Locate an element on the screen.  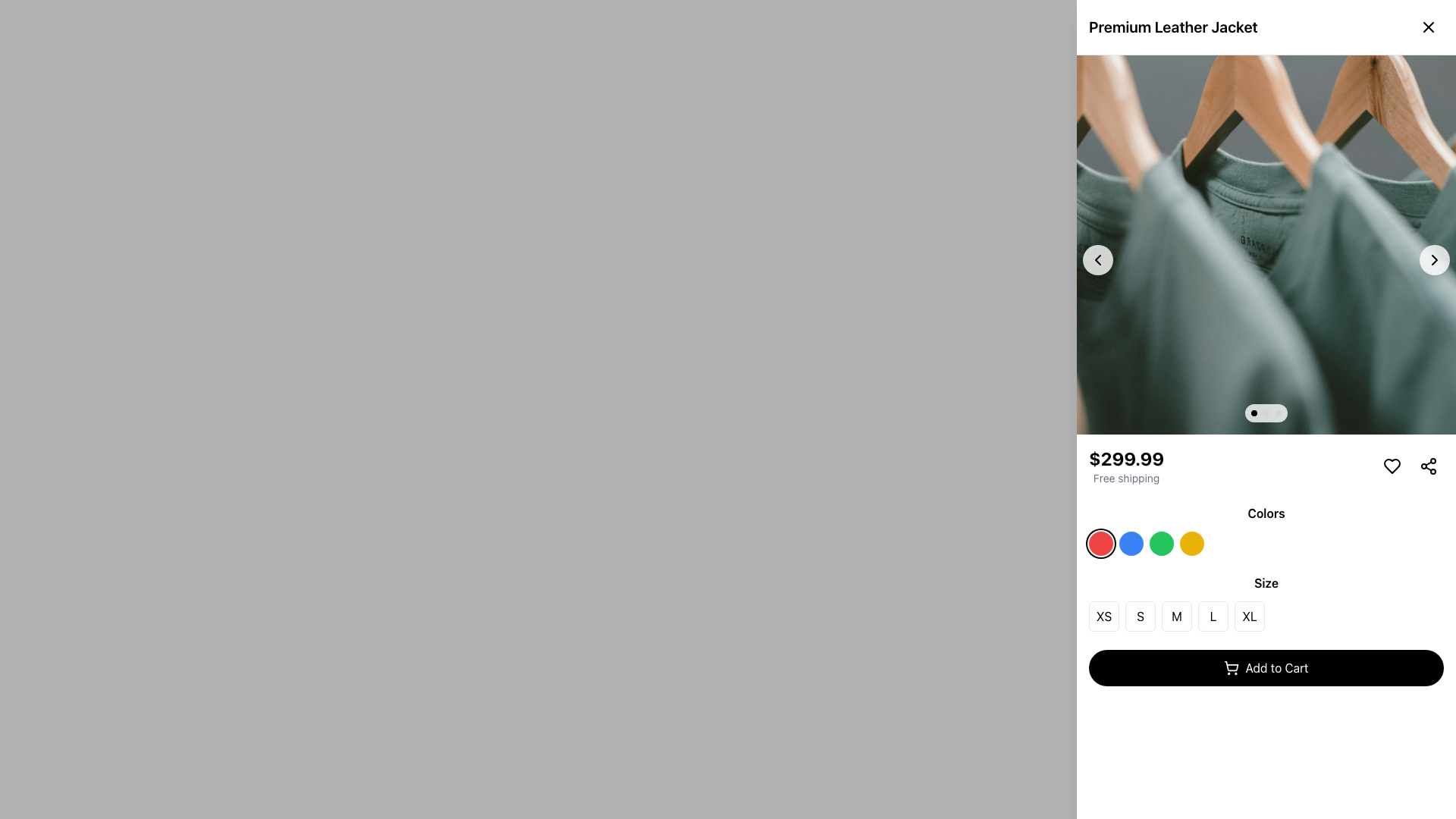
the share icon button located in the top-right corner of the product details section is located at coordinates (1427, 465).